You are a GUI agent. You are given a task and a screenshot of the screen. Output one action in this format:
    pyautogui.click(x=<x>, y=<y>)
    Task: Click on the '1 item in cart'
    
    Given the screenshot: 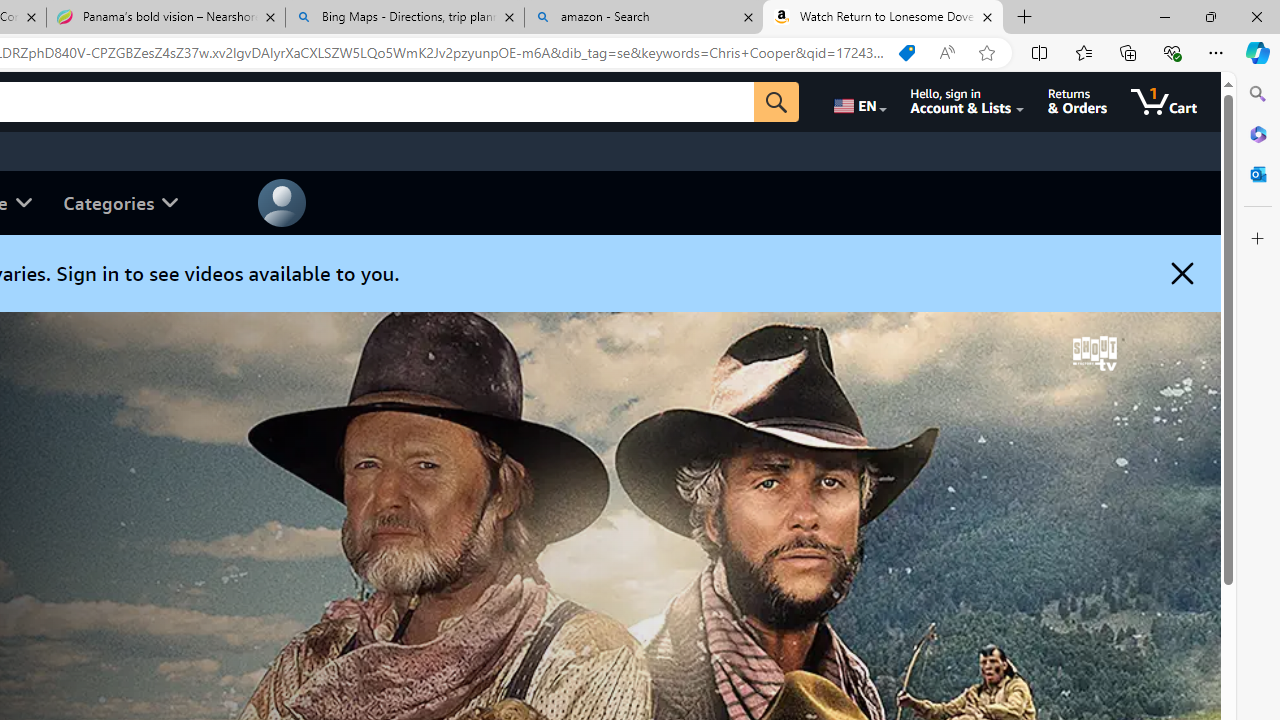 What is the action you would take?
    pyautogui.click(x=1164, y=101)
    